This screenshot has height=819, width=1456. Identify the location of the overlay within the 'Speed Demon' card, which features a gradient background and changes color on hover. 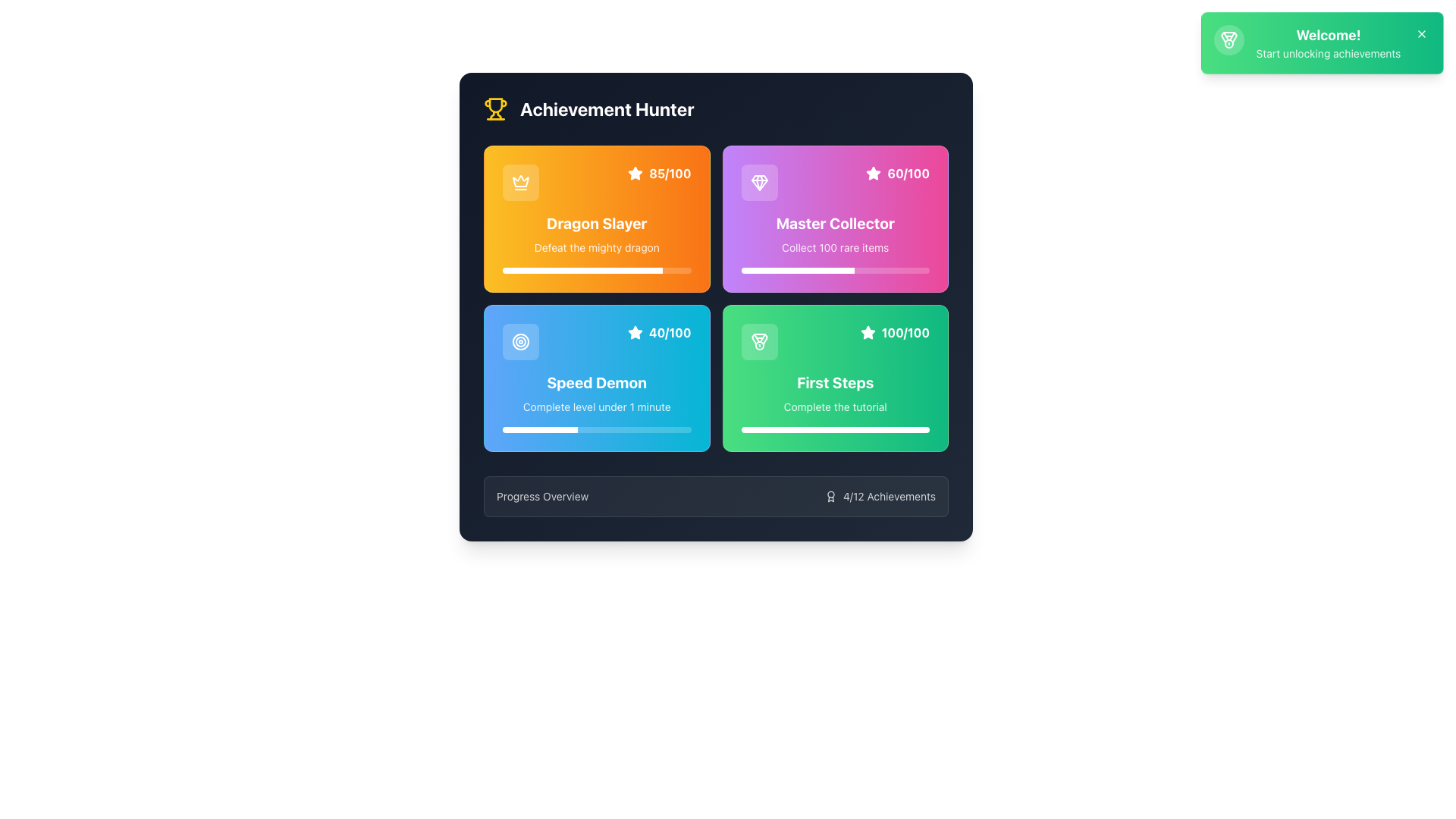
(596, 377).